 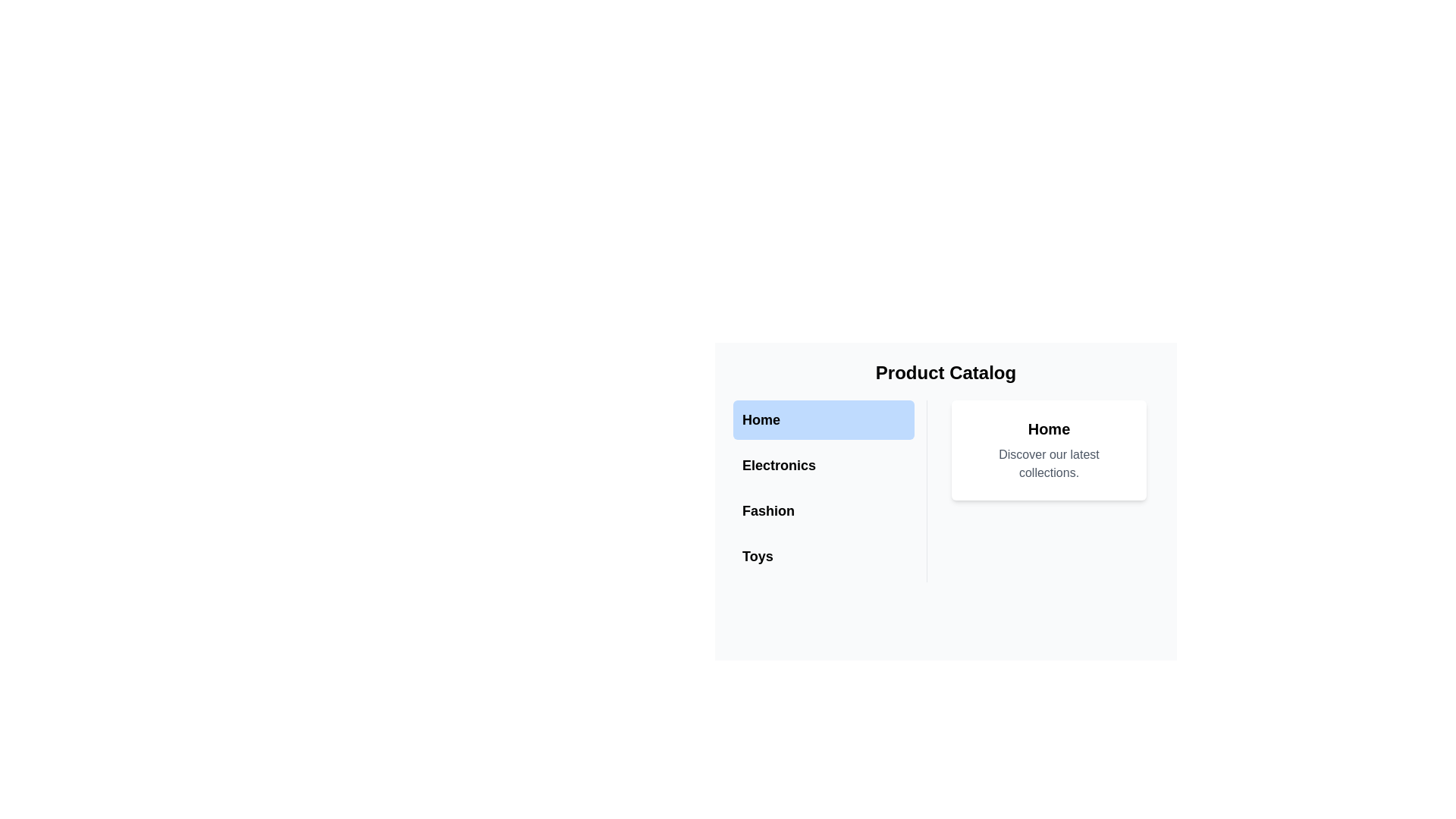 I want to click on the static text label that provides a welcoming or promotional message, located underneath the 'Home' text in the card section on the middle-right of the interface, so click(x=1048, y=463).